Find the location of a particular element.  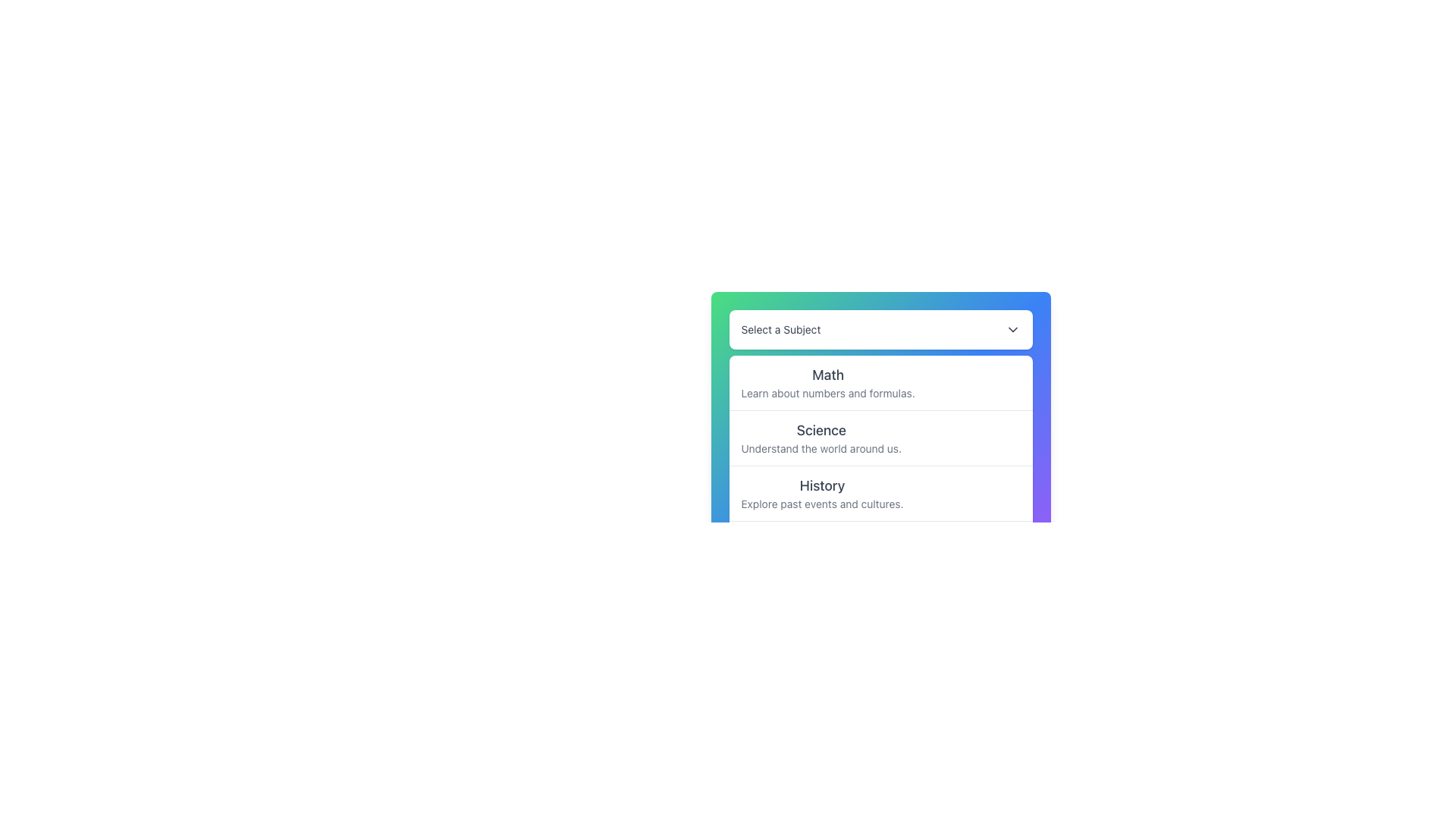

the 'History' list item option, which is the third item in the vertical menu is located at coordinates (880, 493).